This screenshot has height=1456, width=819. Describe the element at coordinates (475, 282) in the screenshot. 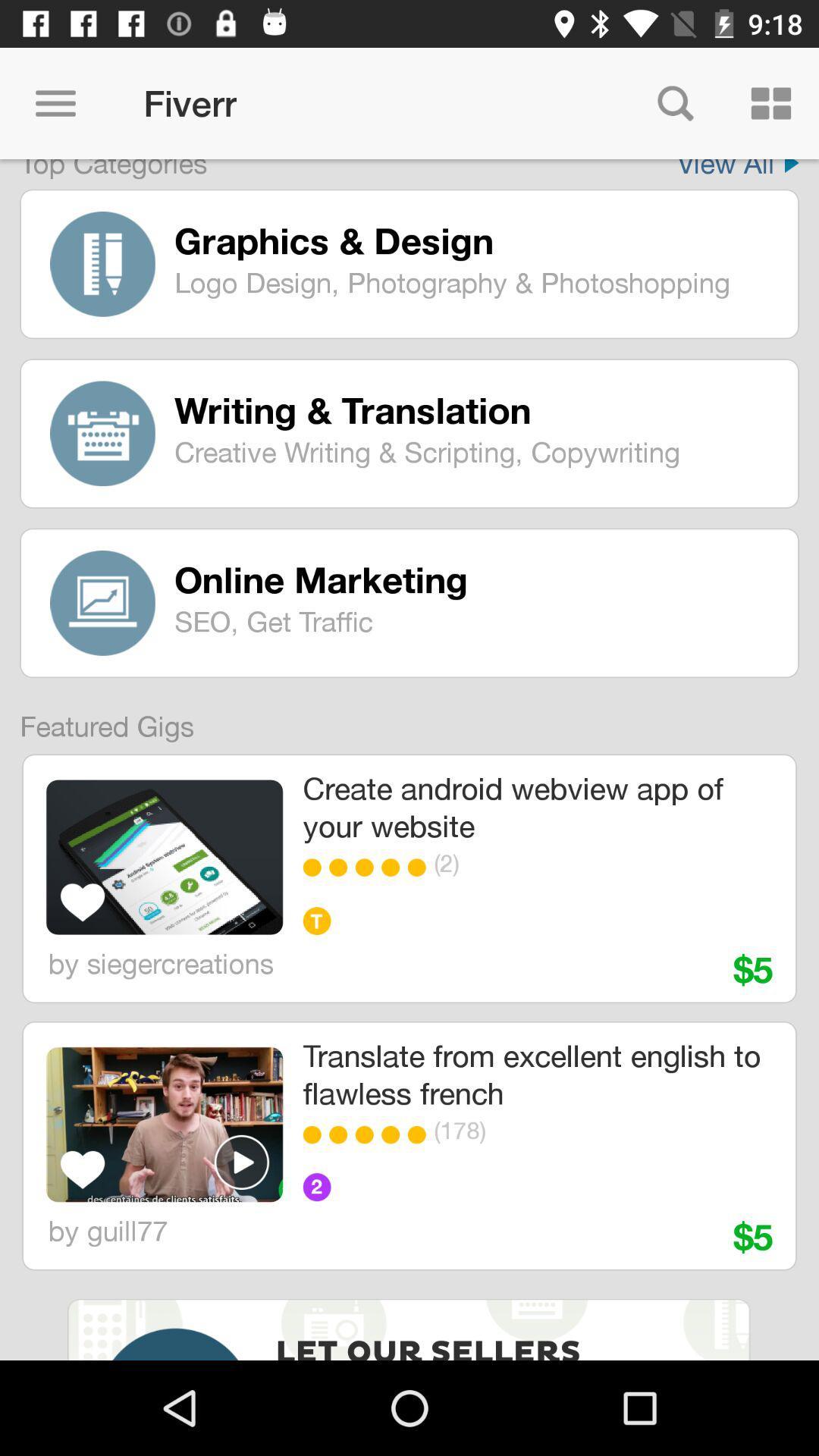

I see `the logo design photography` at that location.